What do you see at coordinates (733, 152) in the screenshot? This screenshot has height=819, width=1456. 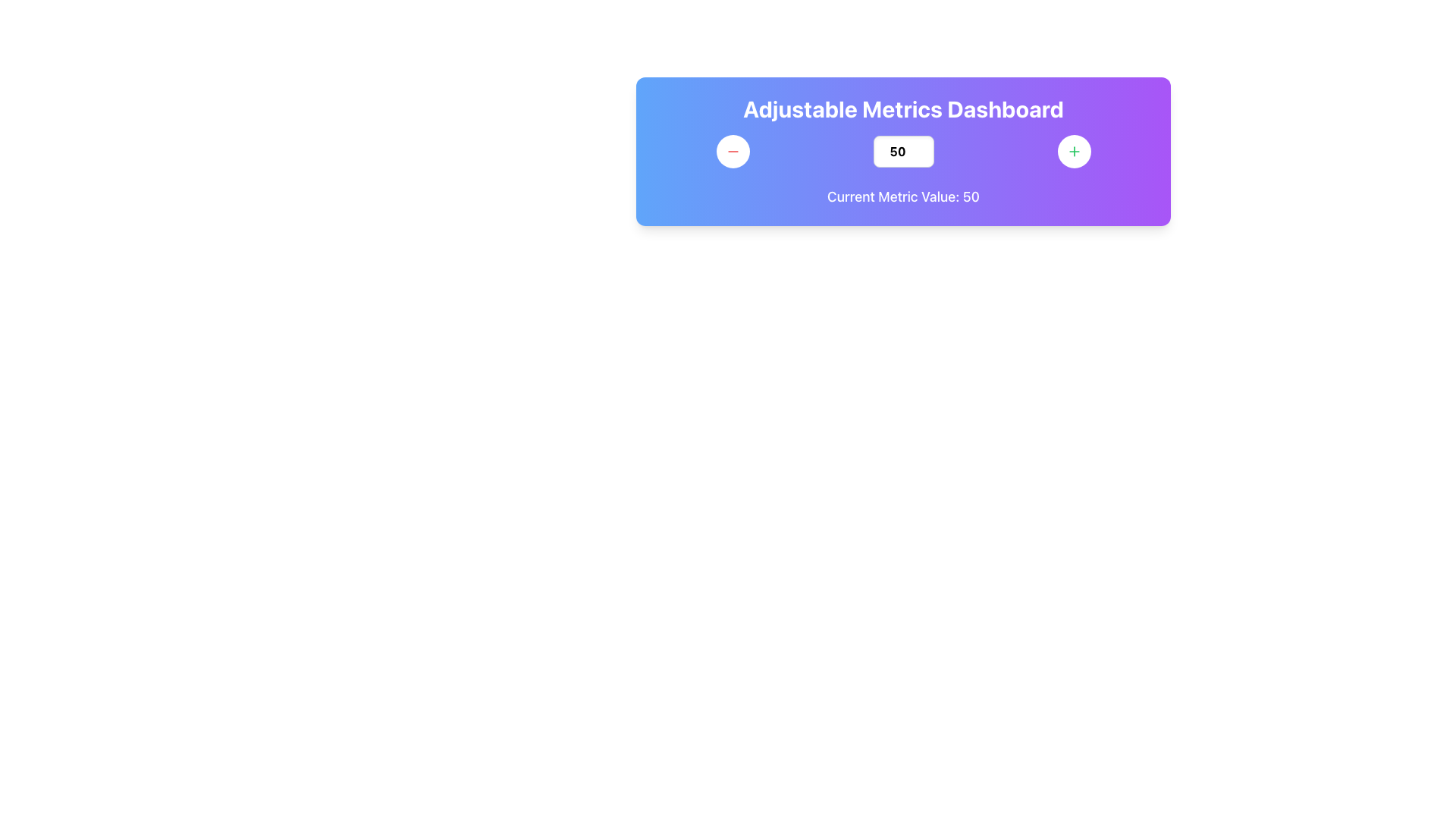 I see `the small circular button with a white background and a red minus icon to decrease the value` at bounding box center [733, 152].